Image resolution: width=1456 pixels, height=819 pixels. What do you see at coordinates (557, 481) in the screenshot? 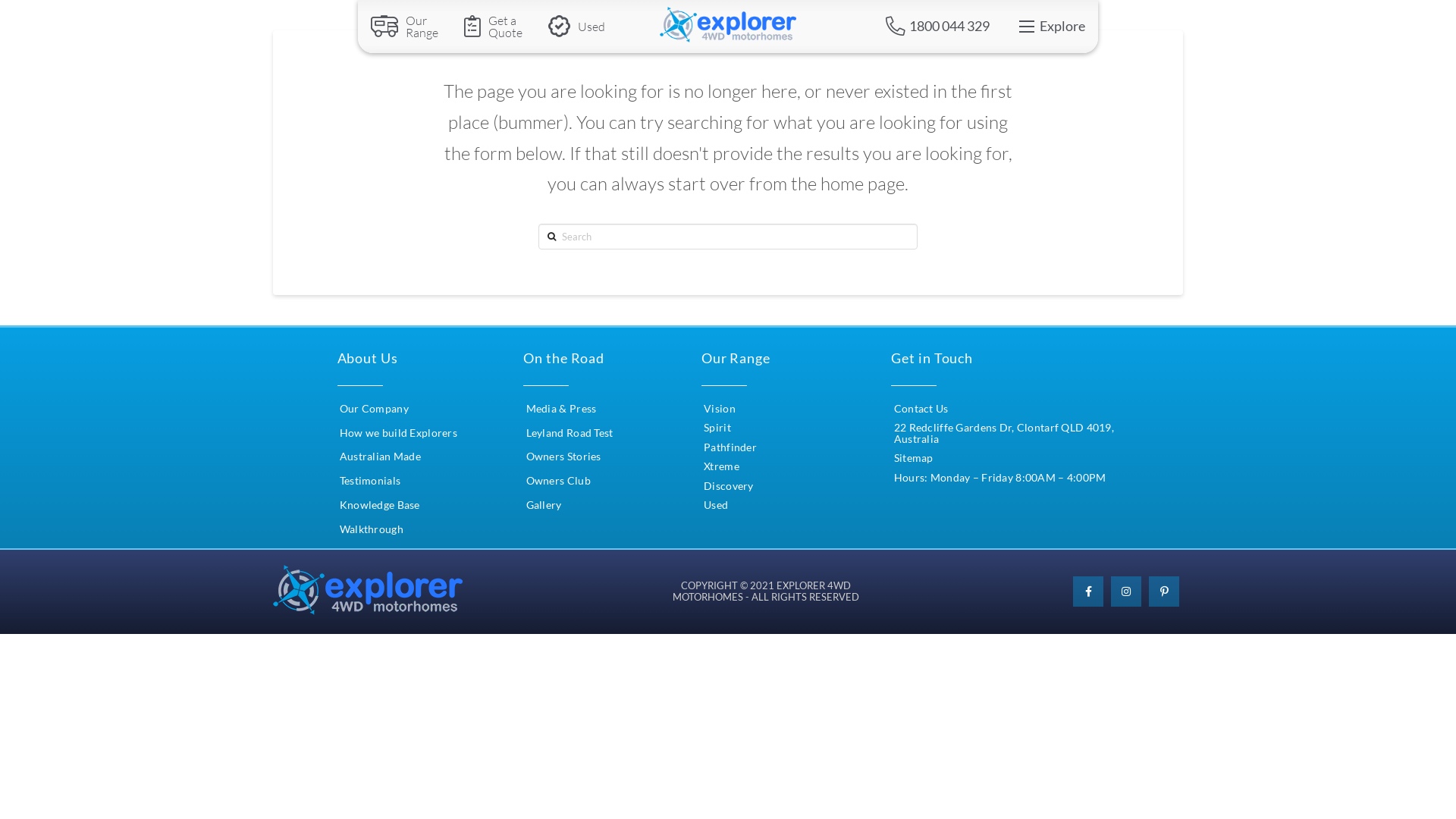
I see `'Owners Club'` at bounding box center [557, 481].